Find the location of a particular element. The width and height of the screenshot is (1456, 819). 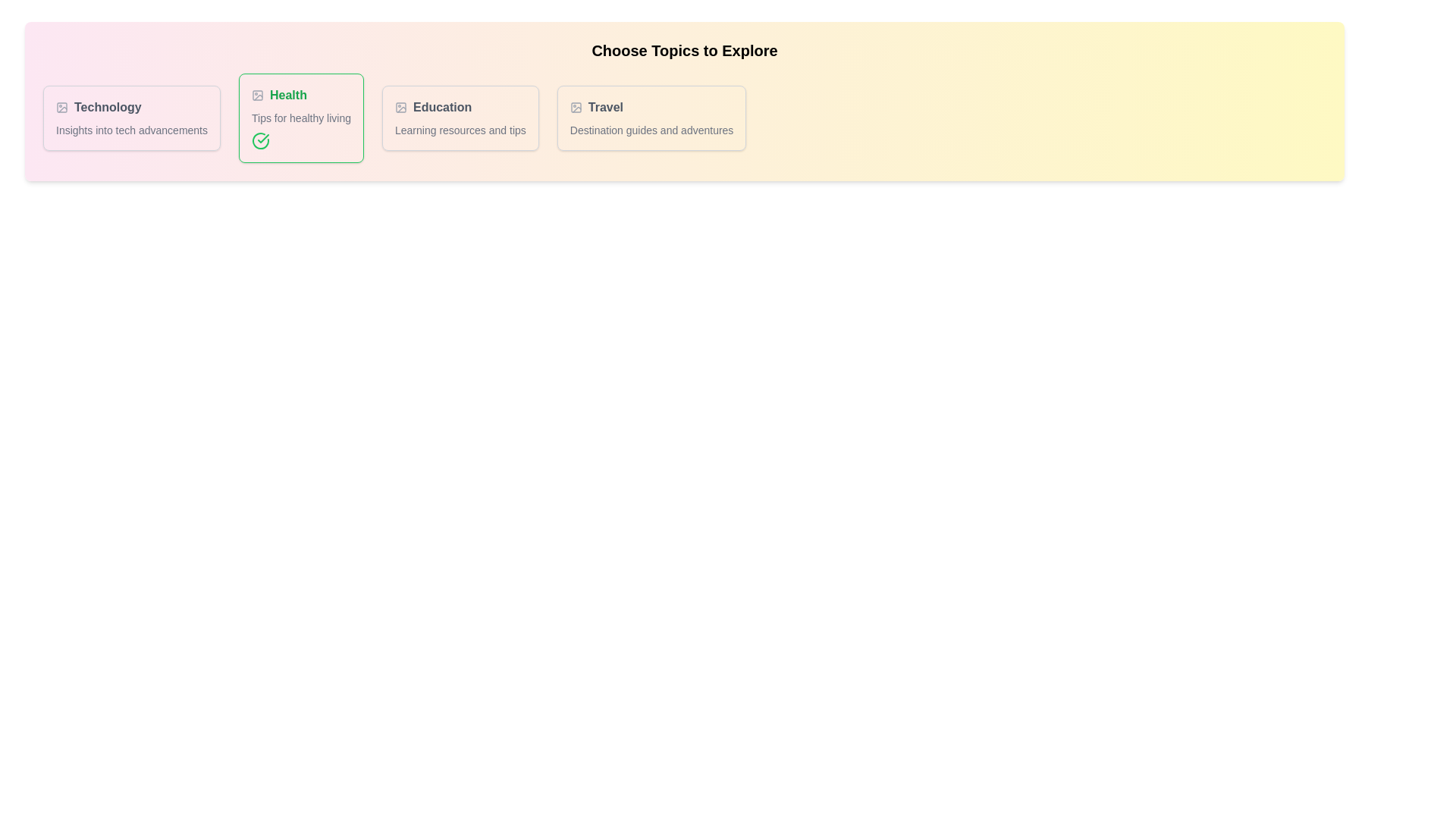

the tag named Travel to toggle its active state is located at coordinates (651, 117).